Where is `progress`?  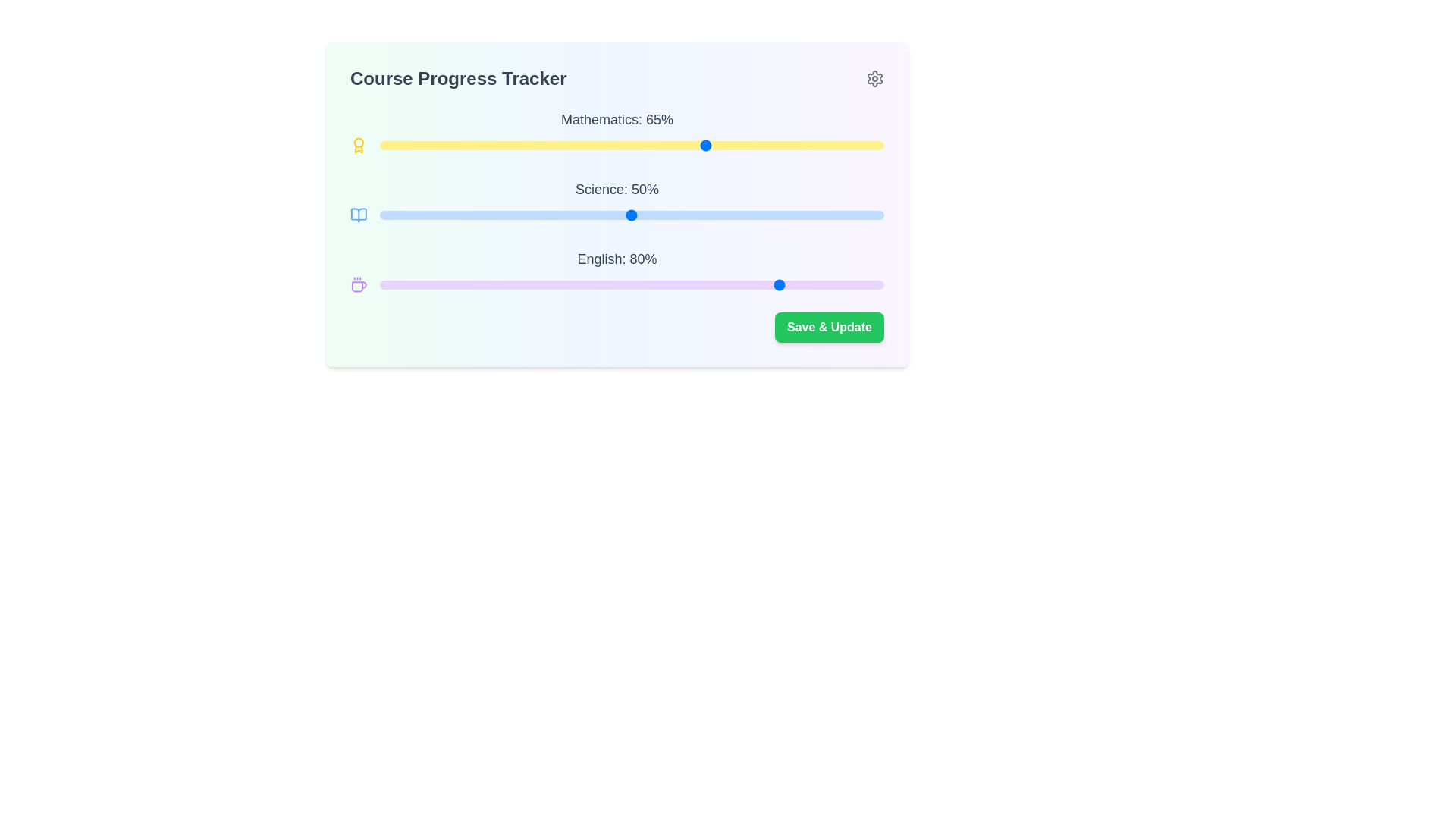 progress is located at coordinates (632, 215).